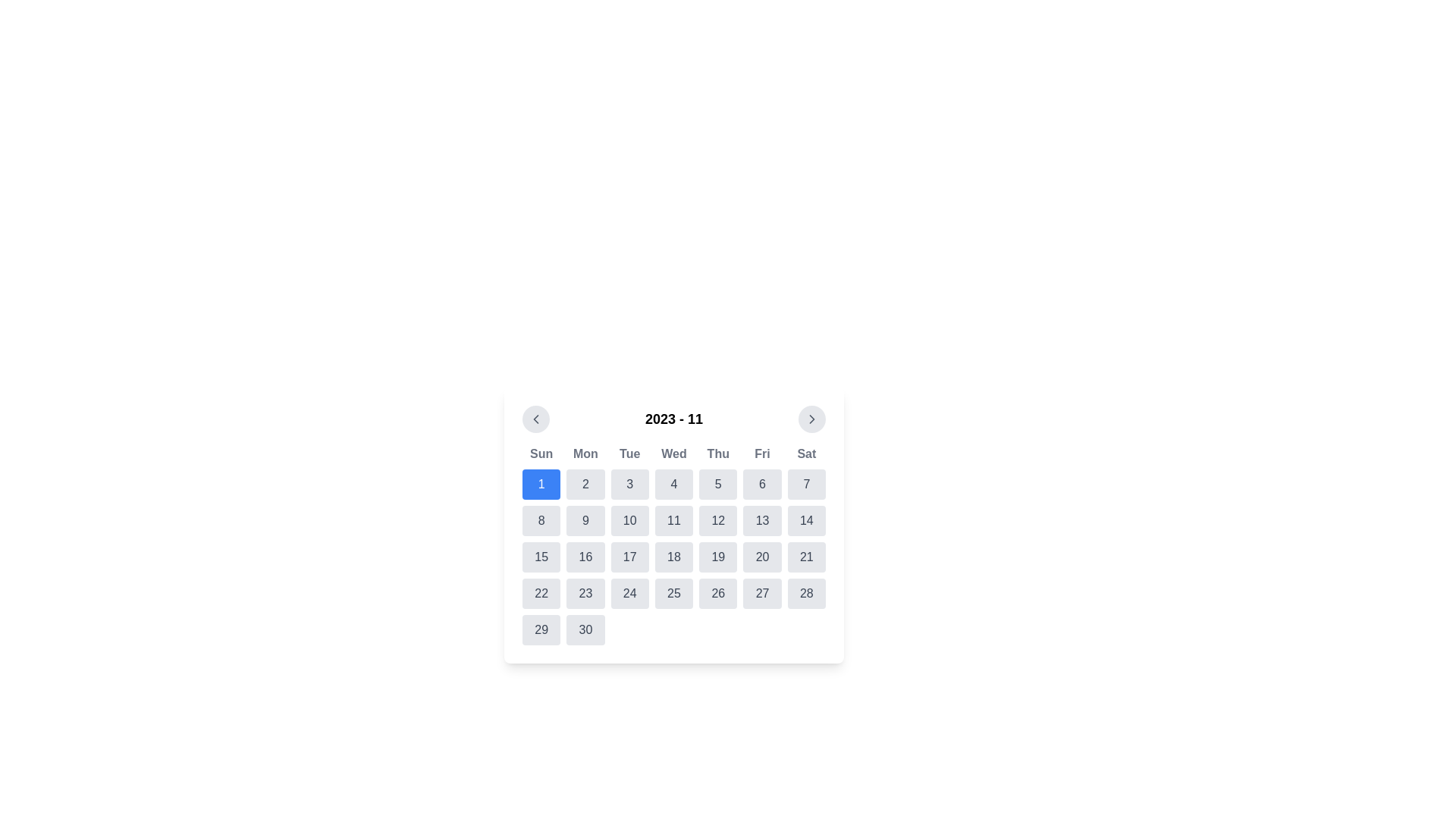 This screenshot has height=819, width=1456. What do you see at coordinates (673, 453) in the screenshot?
I see `the row of textual headers displaying the days of the week (Sun, Mon, Tue, Wed, Thu, Fri, Sat) located beneath the current month title (2023 - 11) in the calendar interface` at bounding box center [673, 453].